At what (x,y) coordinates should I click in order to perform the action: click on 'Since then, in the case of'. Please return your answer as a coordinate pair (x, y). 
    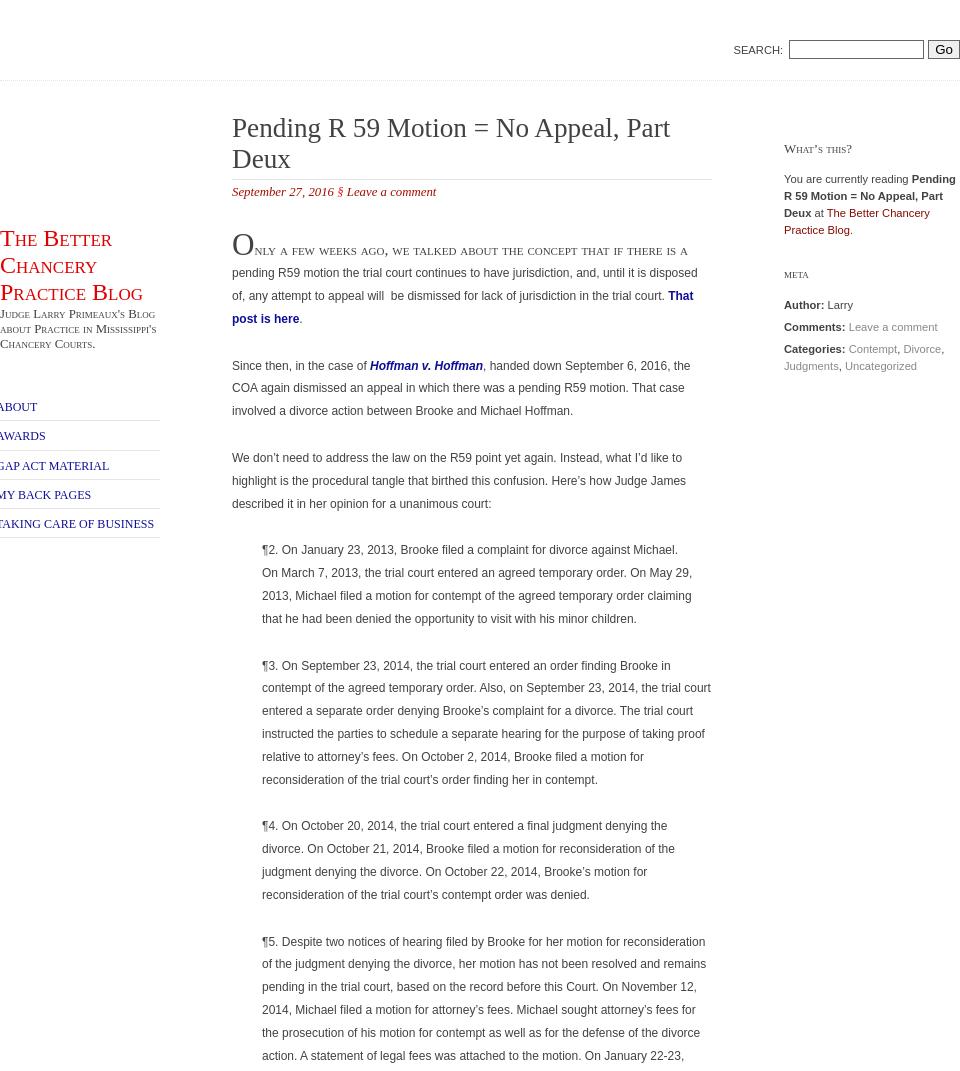
    Looking at the image, I should click on (299, 363).